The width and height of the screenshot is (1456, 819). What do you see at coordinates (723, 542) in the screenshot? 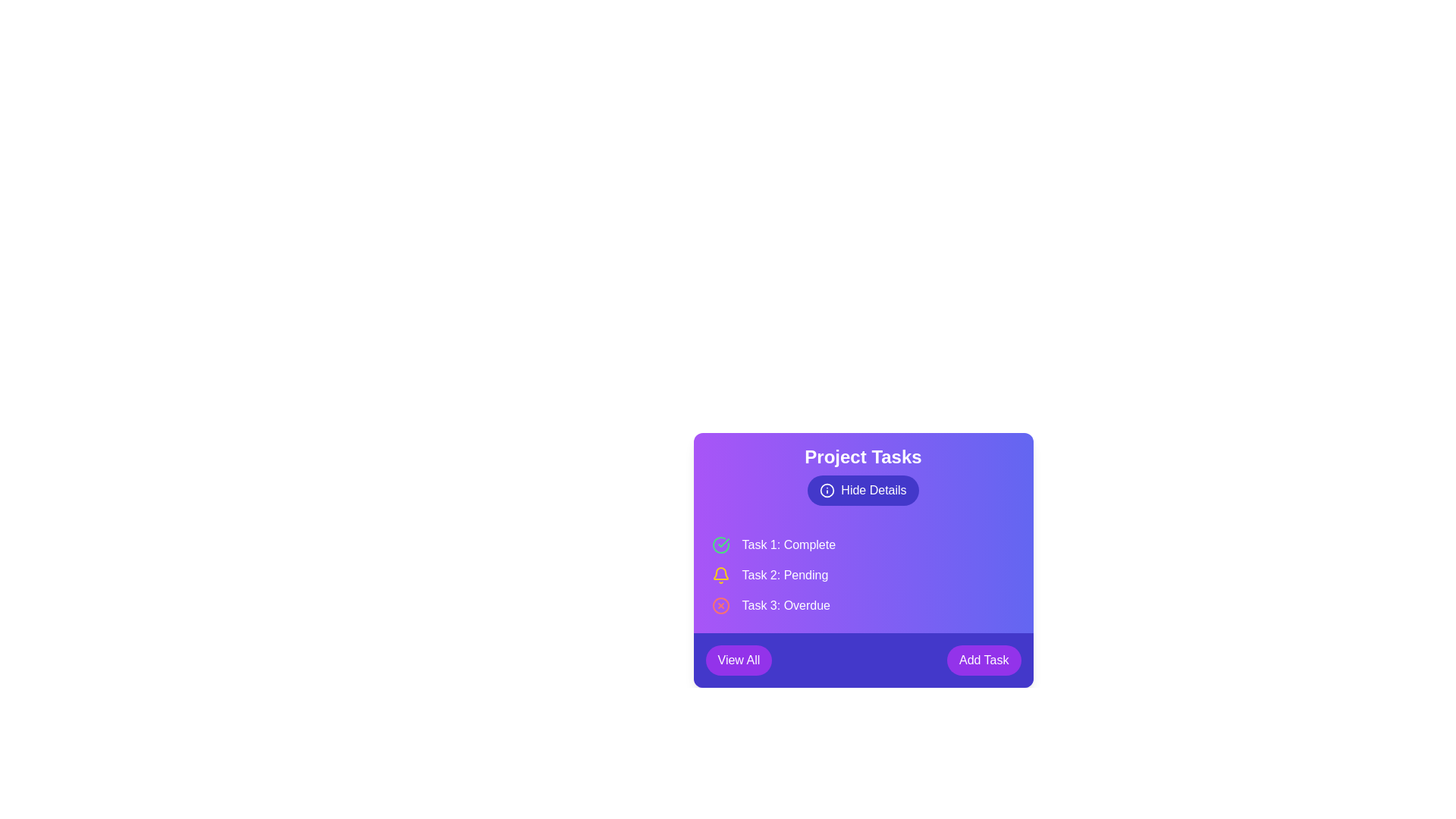
I see `the circular checkmark icon indicating that 'Task 1: Complete' has been successfully processed` at bounding box center [723, 542].